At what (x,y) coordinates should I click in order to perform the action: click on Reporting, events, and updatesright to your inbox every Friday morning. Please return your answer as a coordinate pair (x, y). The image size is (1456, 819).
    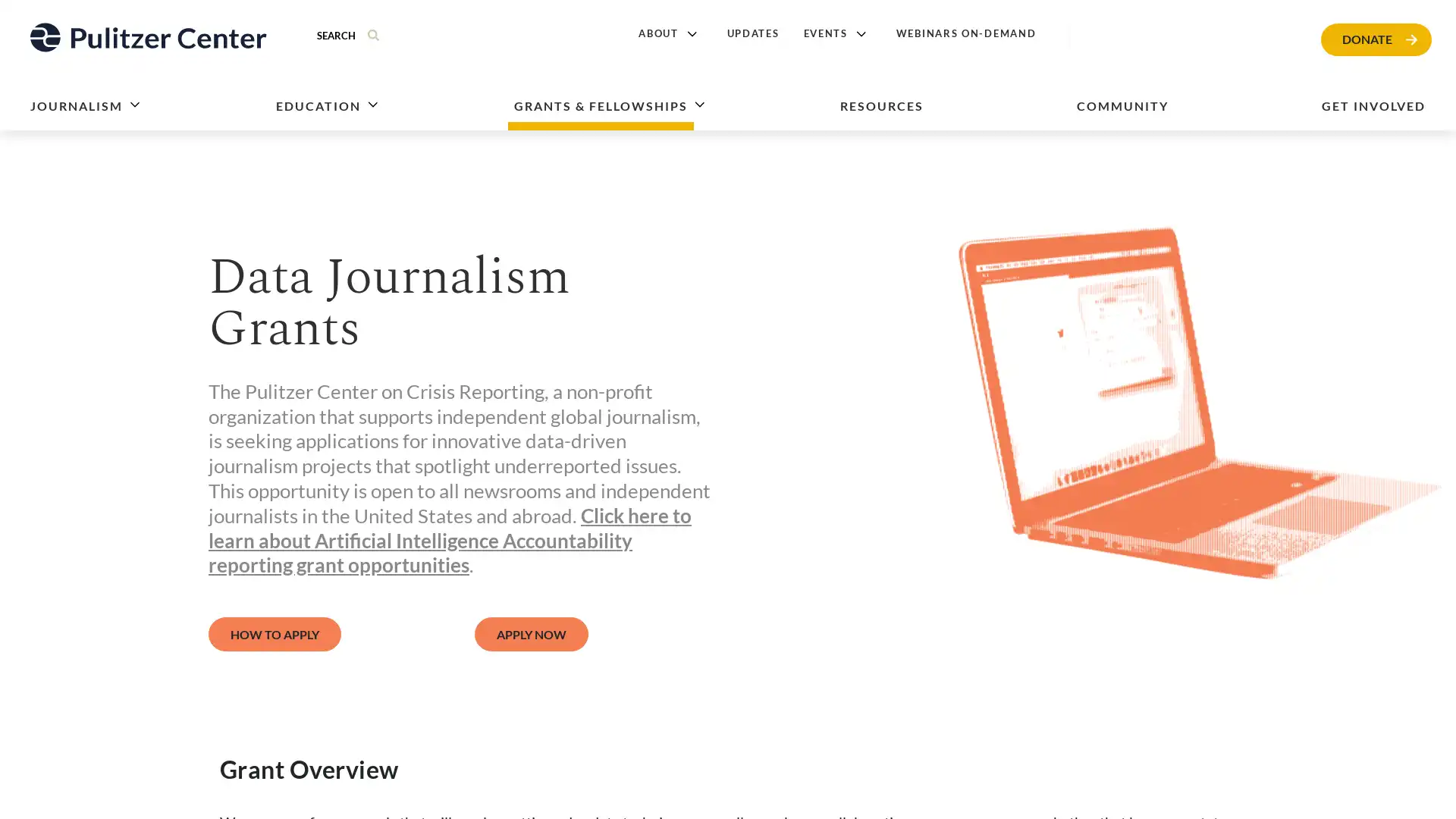
    Looking at the image, I should click on (588, 440).